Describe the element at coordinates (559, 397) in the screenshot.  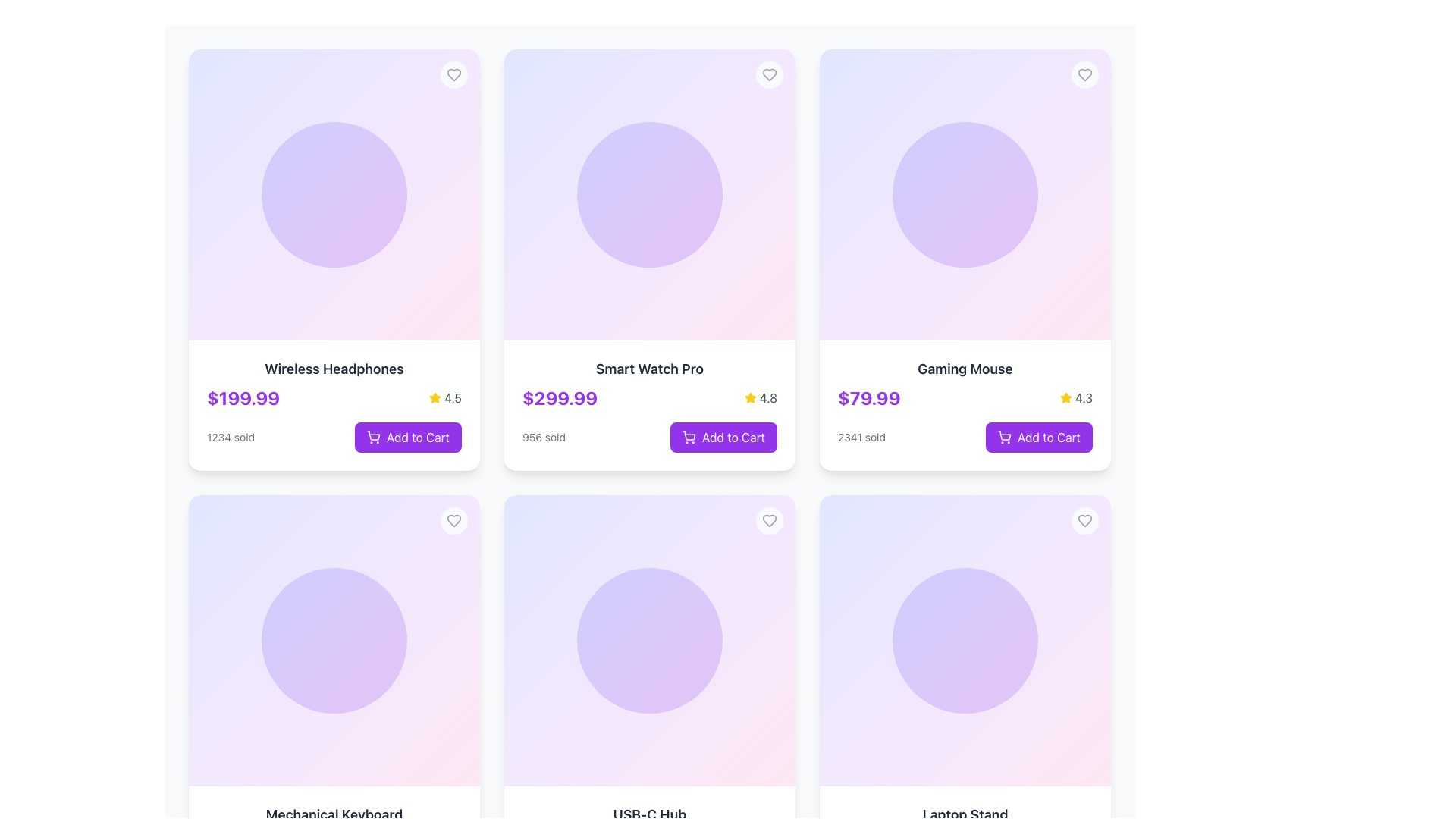
I see `price displayed in the bold purple text label showing '$299.99' located in the product card for 'Smart Watch Pro'` at that location.